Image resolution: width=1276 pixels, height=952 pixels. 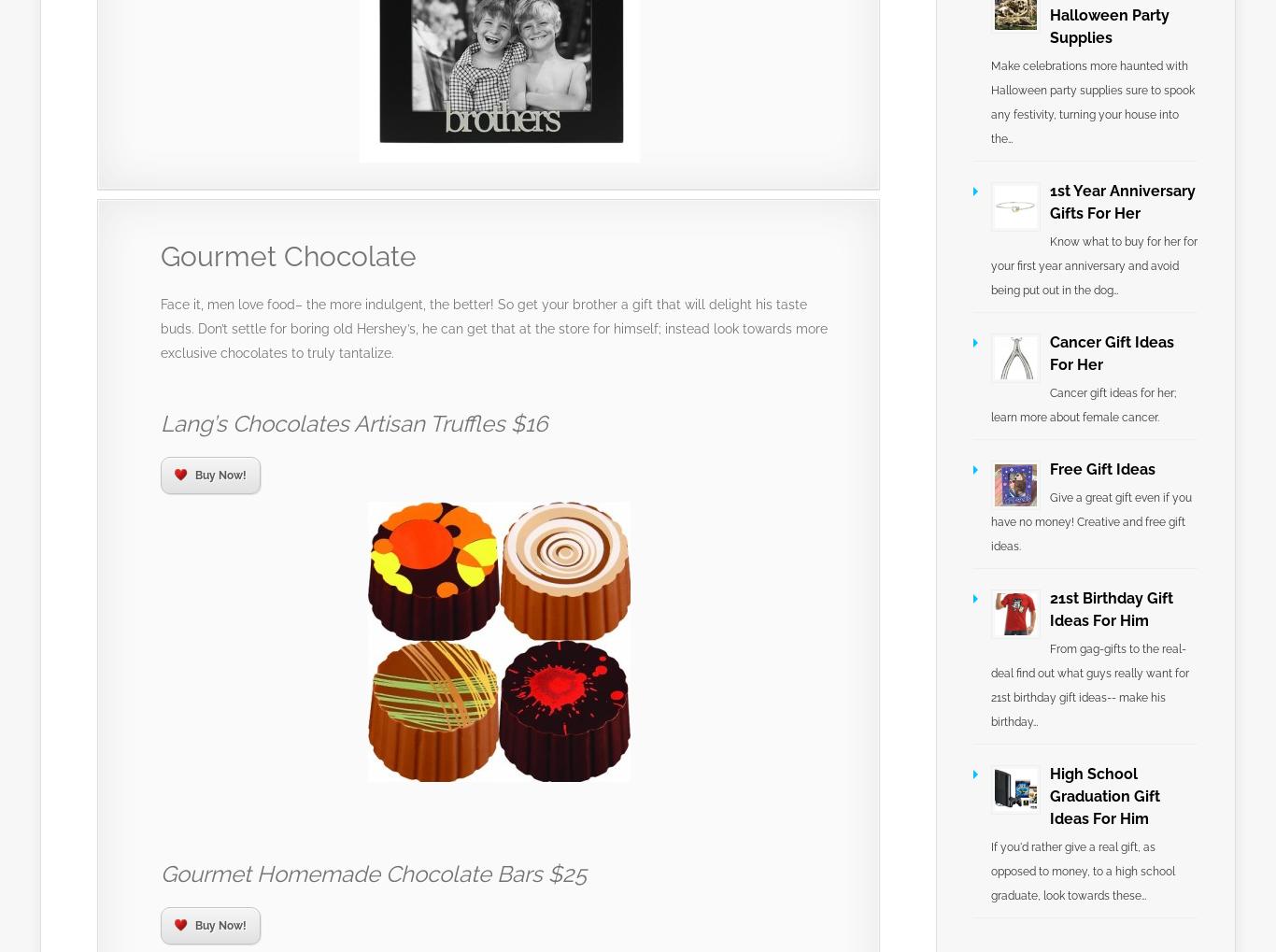 I want to click on 'Face it, men love food– the more indulgent, the better! So get your brother a gift that will delight his taste buds. Don’t settle for boring old Hershey’s, he can get that at the store for himself; instead look towards more exclusive chocolates to truly tantalize.', so click(x=494, y=328).